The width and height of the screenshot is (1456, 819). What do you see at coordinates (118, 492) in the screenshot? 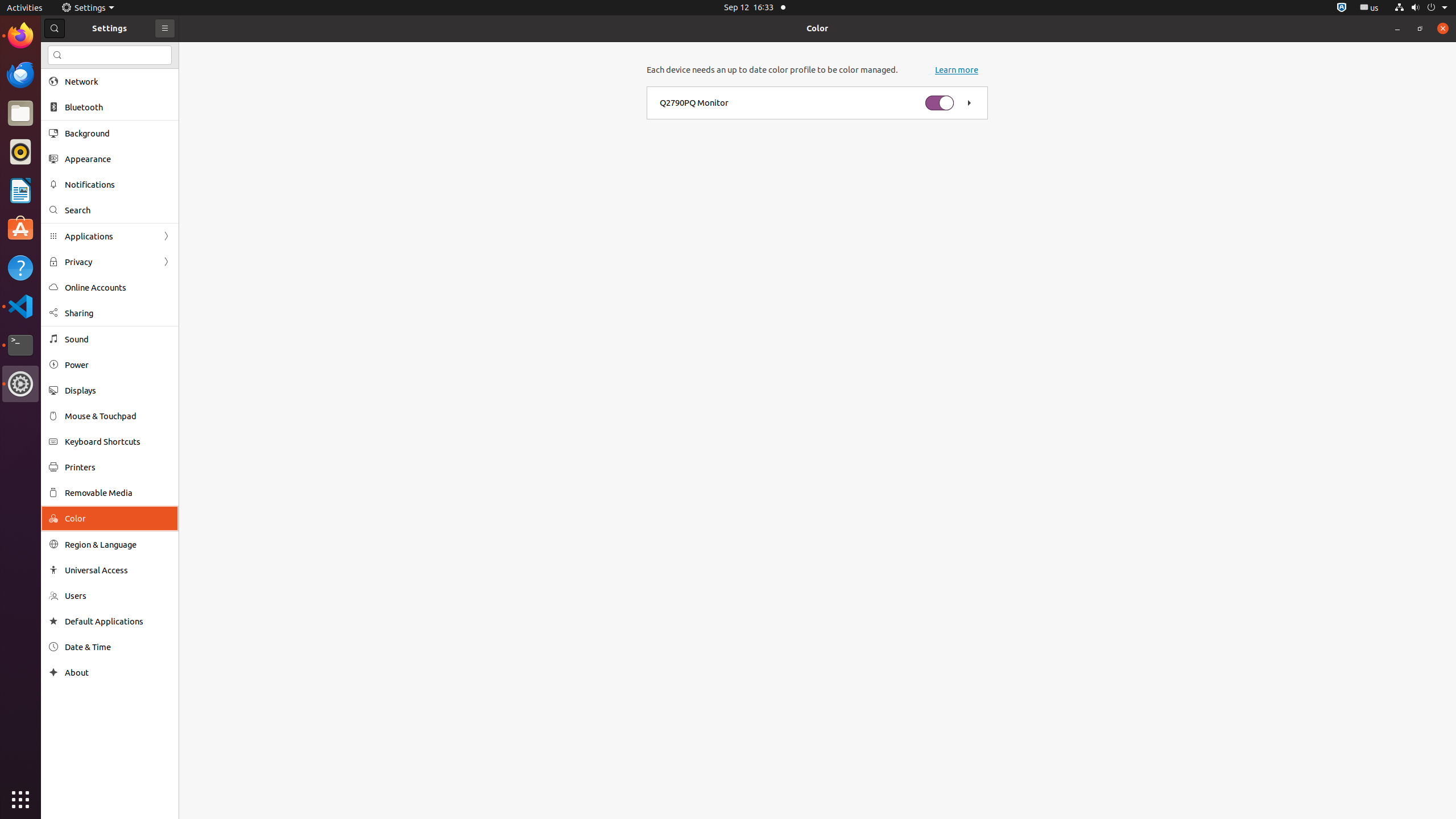
I see `'Removable Media'` at bounding box center [118, 492].